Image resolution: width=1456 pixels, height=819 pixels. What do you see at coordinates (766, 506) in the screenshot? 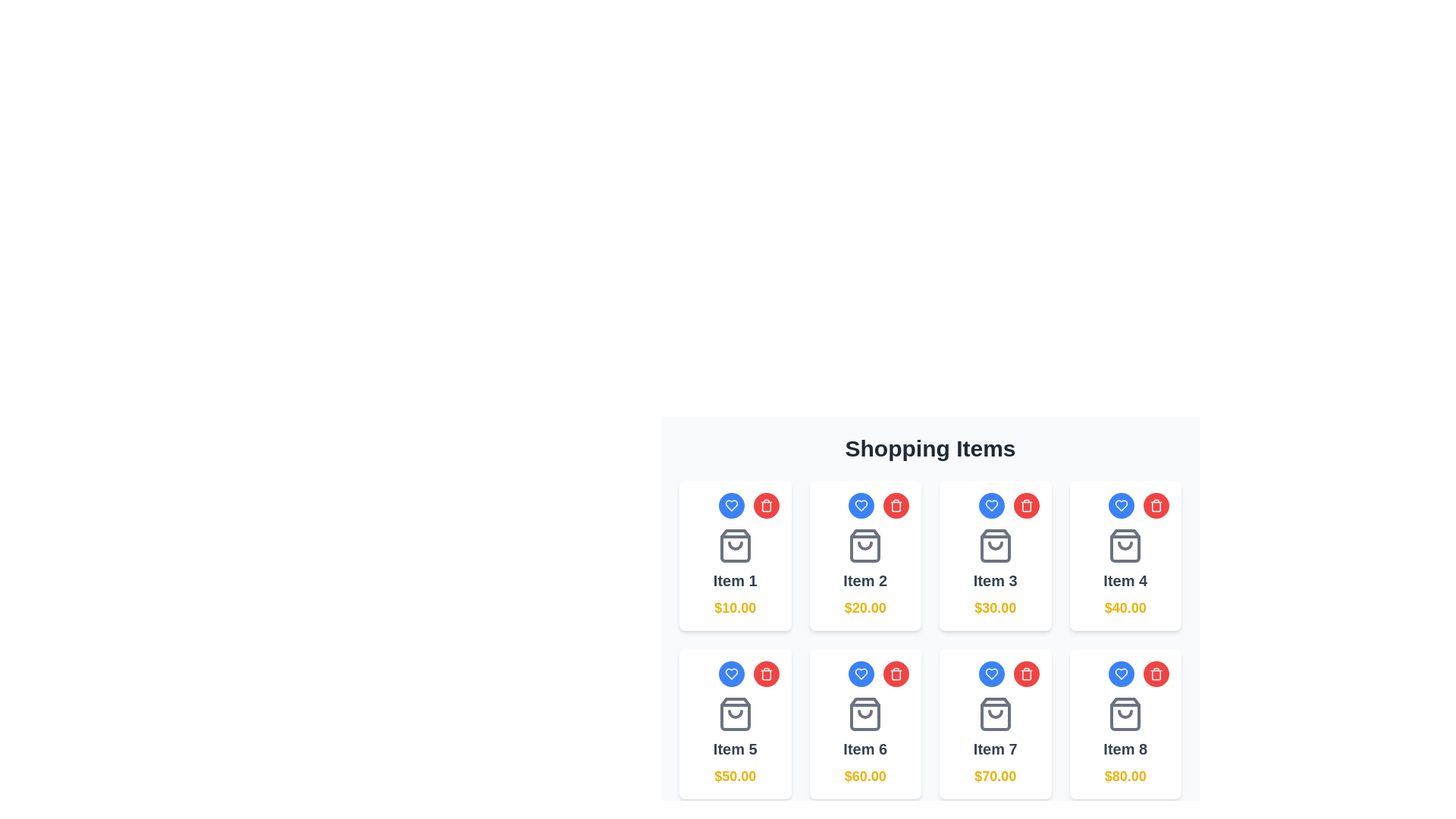
I see `the red circular icon button in the top-right corner of the item card` at bounding box center [766, 506].